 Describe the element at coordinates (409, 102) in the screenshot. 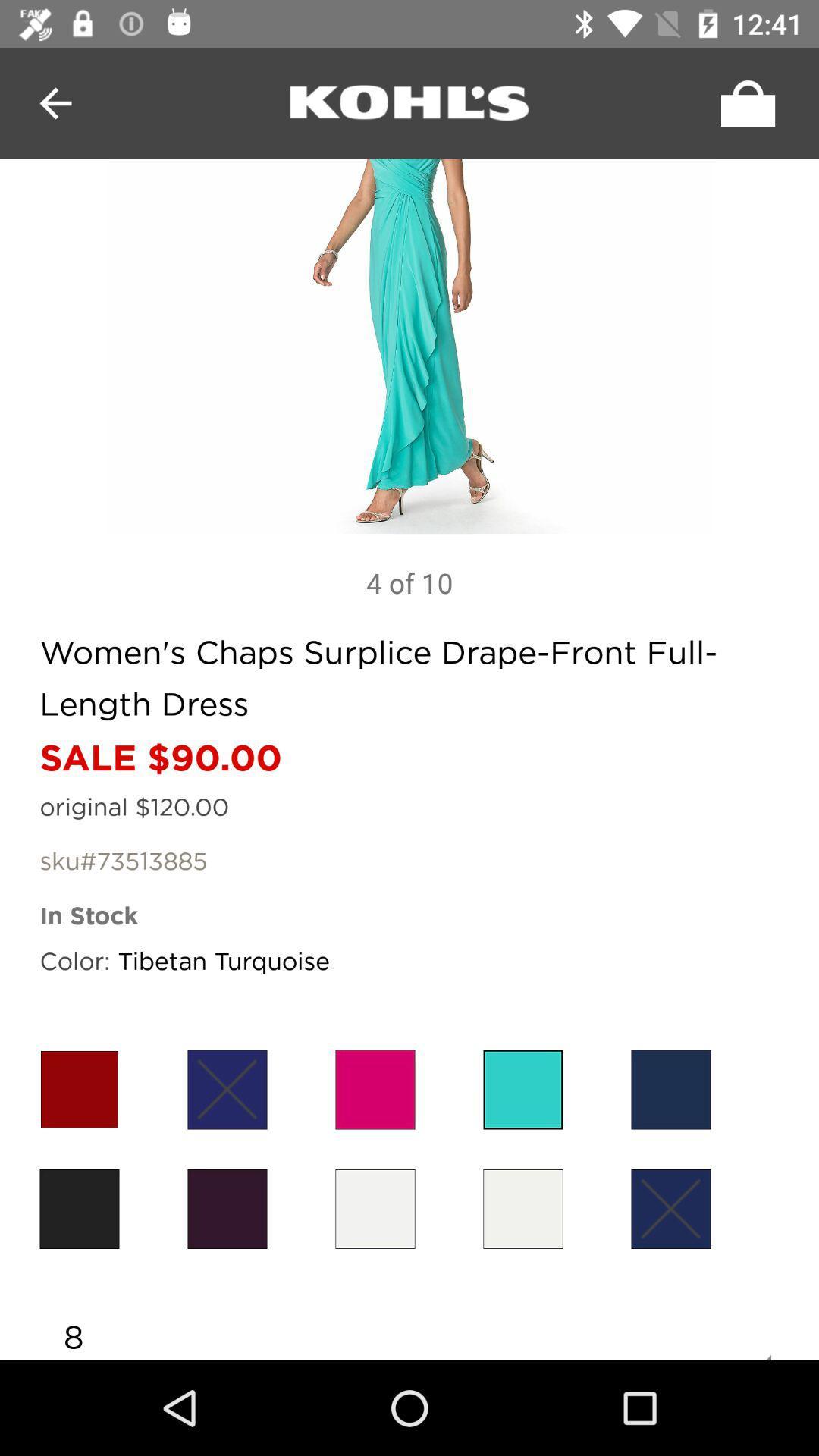

I see `go home` at that location.